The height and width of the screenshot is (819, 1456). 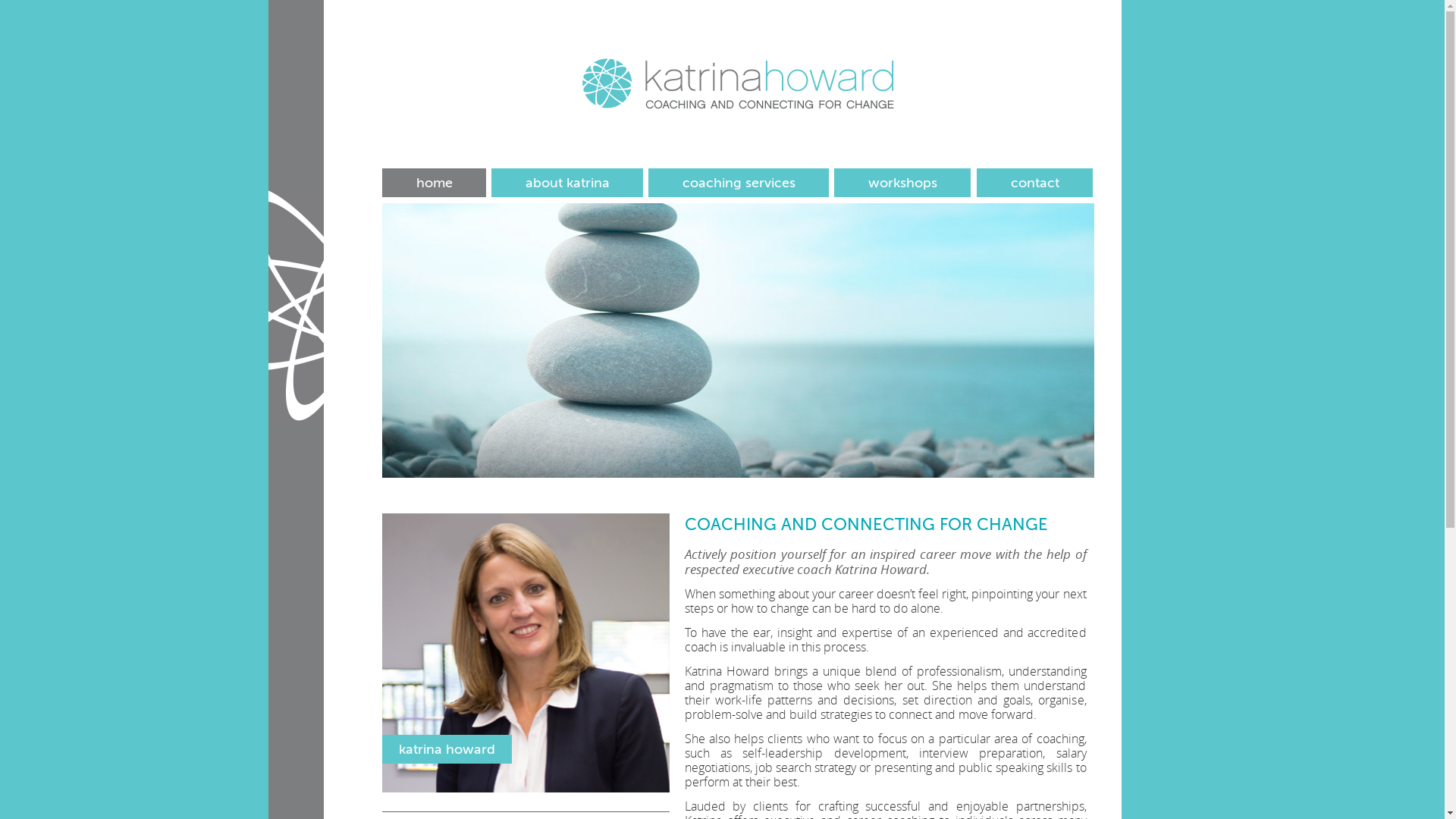 I want to click on 'contact', so click(x=1034, y=181).